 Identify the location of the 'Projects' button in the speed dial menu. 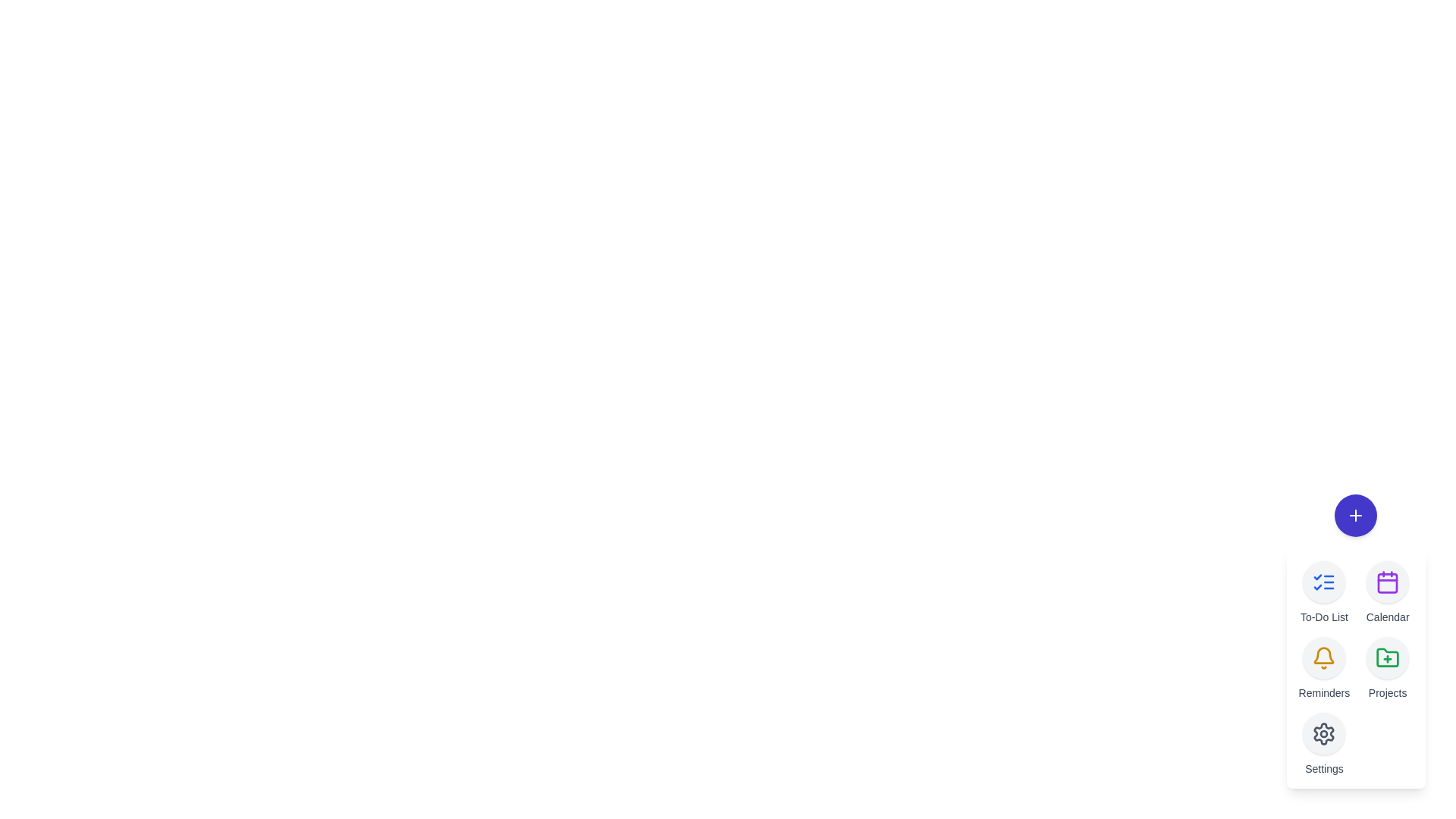
(1387, 657).